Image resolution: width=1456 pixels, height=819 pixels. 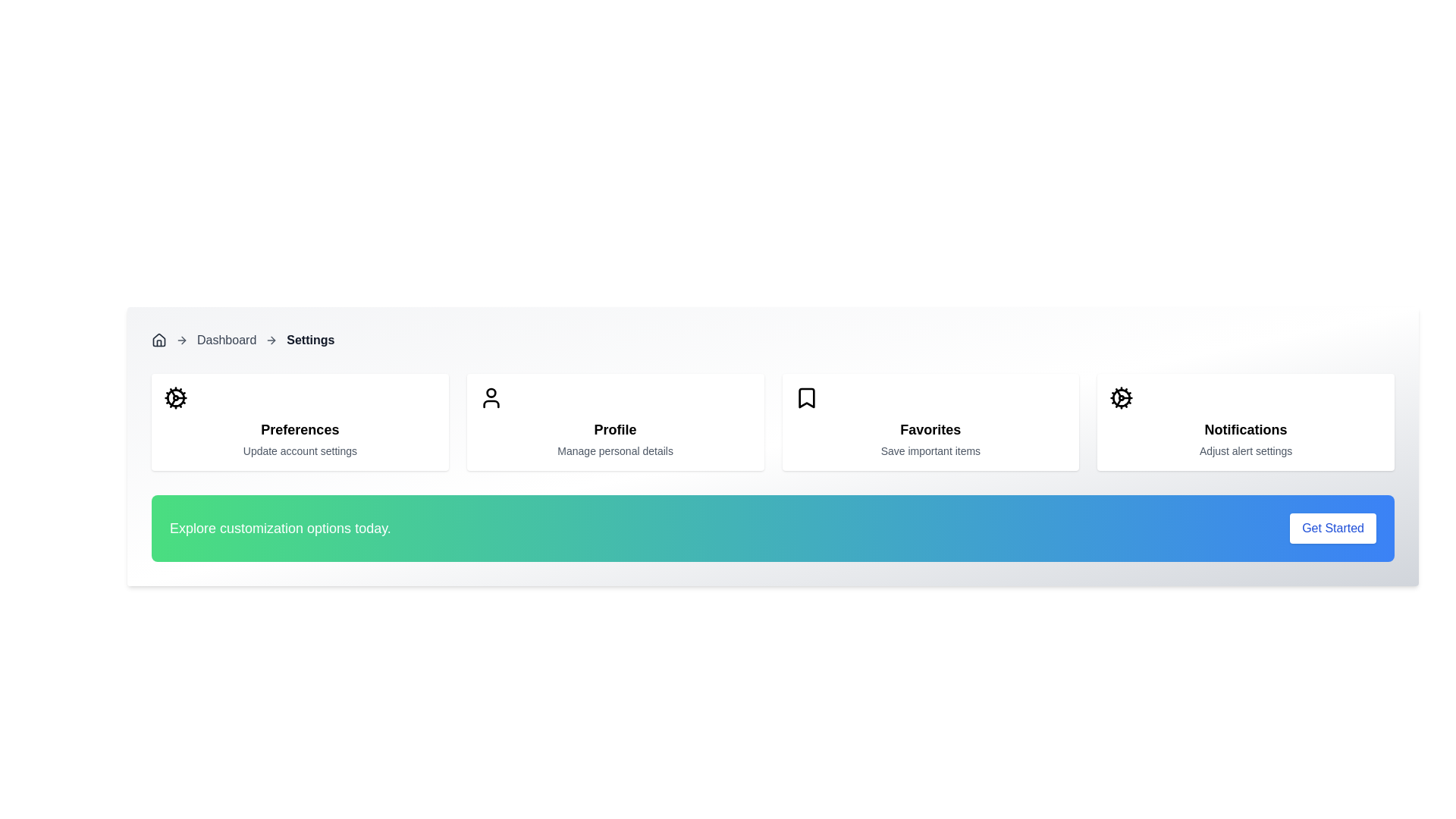 What do you see at coordinates (300, 430) in the screenshot?
I see `the static heading text that serves as the title for the account preferences settings, located at the top center of its card in the second row of the interface` at bounding box center [300, 430].